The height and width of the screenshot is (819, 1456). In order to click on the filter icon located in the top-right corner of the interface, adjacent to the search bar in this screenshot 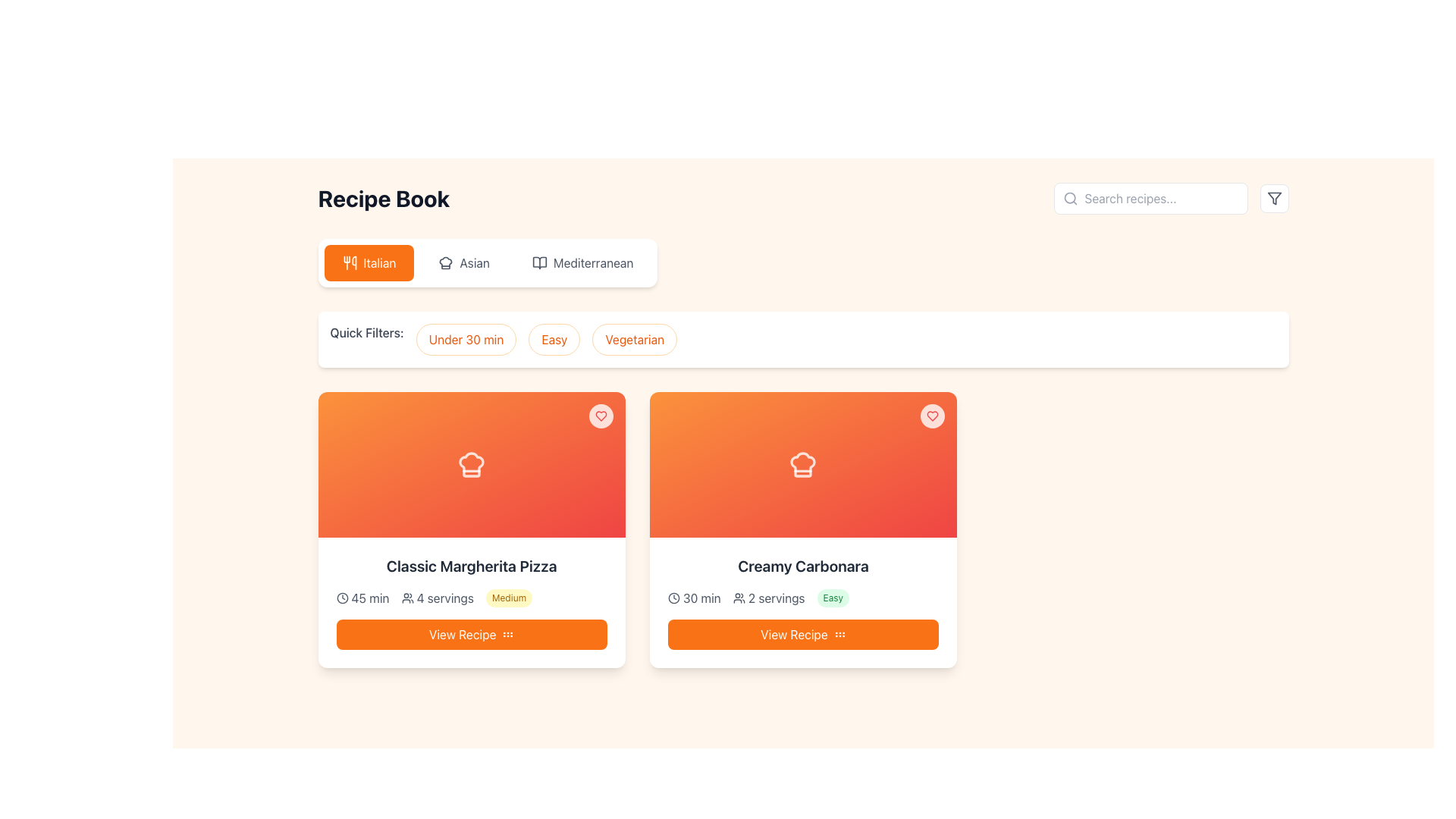, I will do `click(1274, 198)`.